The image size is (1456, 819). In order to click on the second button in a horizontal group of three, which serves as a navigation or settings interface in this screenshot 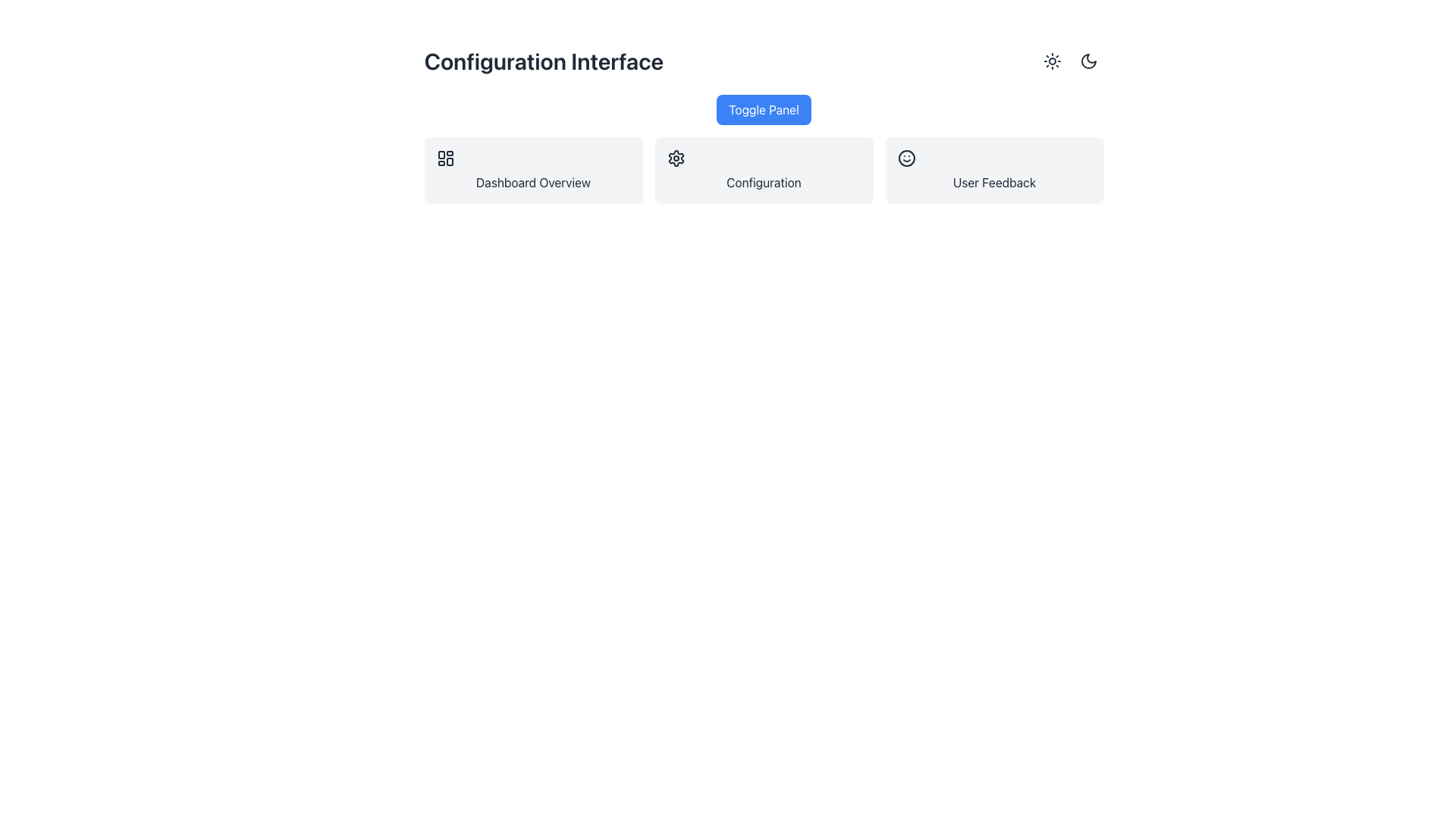, I will do `click(764, 170)`.